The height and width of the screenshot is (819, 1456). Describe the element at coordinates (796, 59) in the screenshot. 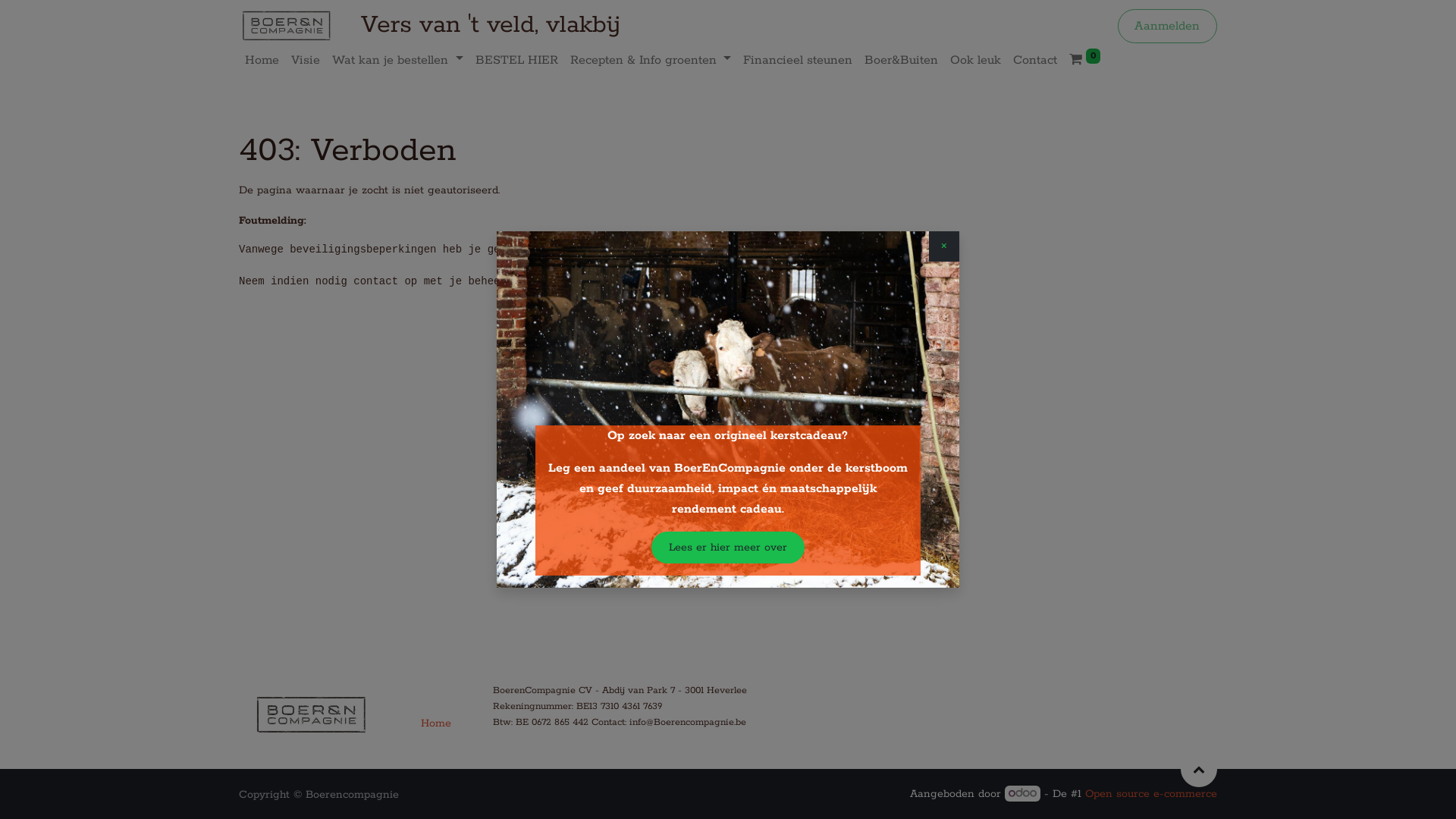

I see `'Financieel steunen'` at that location.